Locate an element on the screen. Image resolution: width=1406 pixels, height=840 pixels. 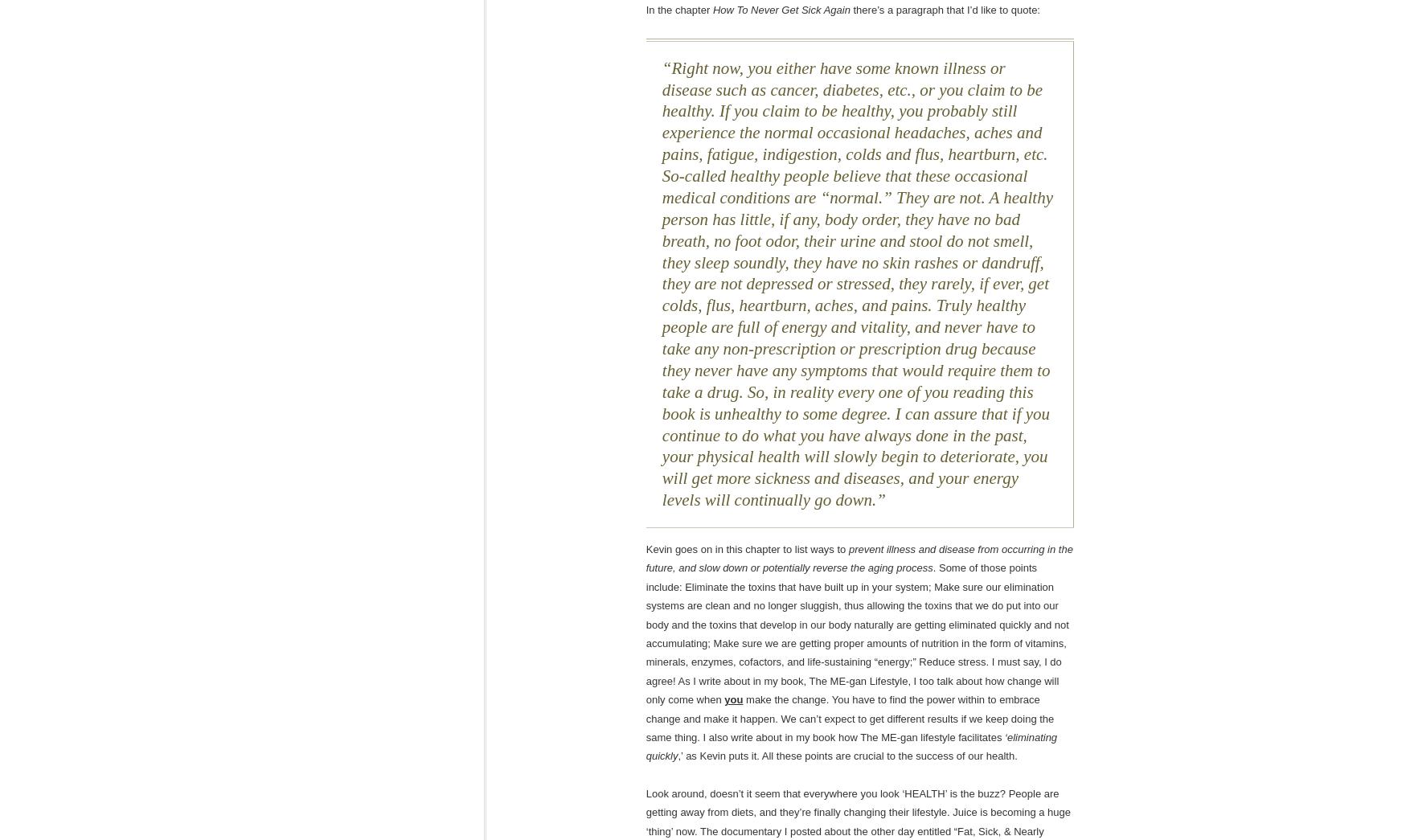
'Right now, you either have some known illness or disease such as cancer, diabetes, etc., or you claim to be healthy. If you claim to be healthy, you probably still experience the normal occasional headaches, aches and pains, fatigue, indigestion, colds and flus, heartburn, etc. So-called healthy people believe that these occasional medical conditions are “normal.” They are not. A healthy person has little, if any, body order, they have no bad breath, no foot odor, their urine and stool do not smell, they sleep soundly, they have no skin rashes or dandruff, they are not depressed or stressed, they rarely, if ever, get colds, flus, heartburn, aches, and pains. Truly healthy people are full of energy and vitality, and never have to take any non-prescription or prescription drug because they never have any symptoms that would require them to take a drug. So, in reality every one of you reading this book is unhealthy to some degree. I can assure that if you continue to do what you have always done in the past, your physical health will slowly begin to deteriorate, you will get more sickness and diseases, and your energy levels will continually go down.' is located at coordinates (857, 283).